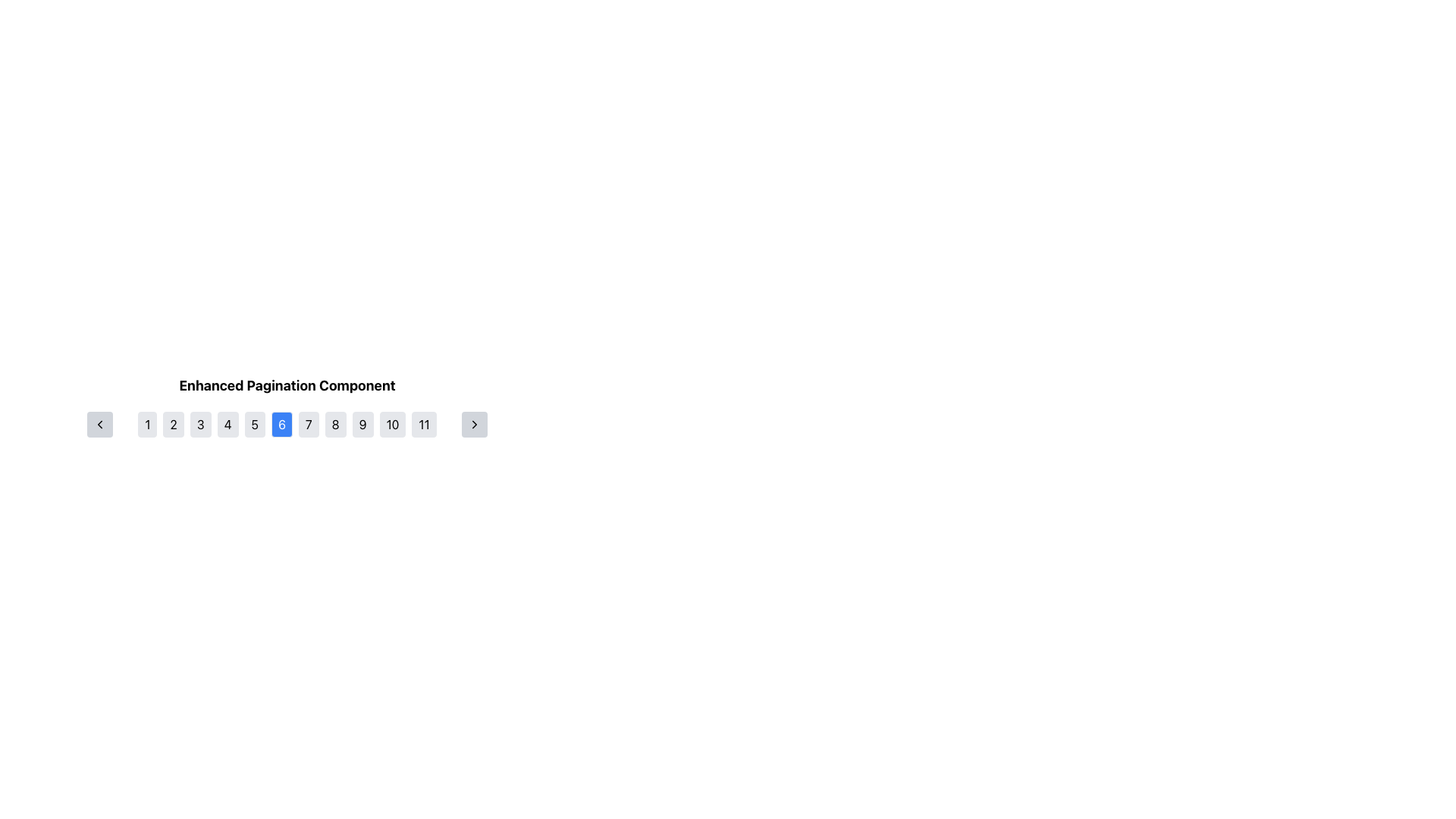 The image size is (1456, 819). What do you see at coordinates (99, 424) in the screenshot?
I see `the leftward pointing chevron icon in the first pagination button of the navigation bar to trigger hover effects` at bounding box center [99, 424].